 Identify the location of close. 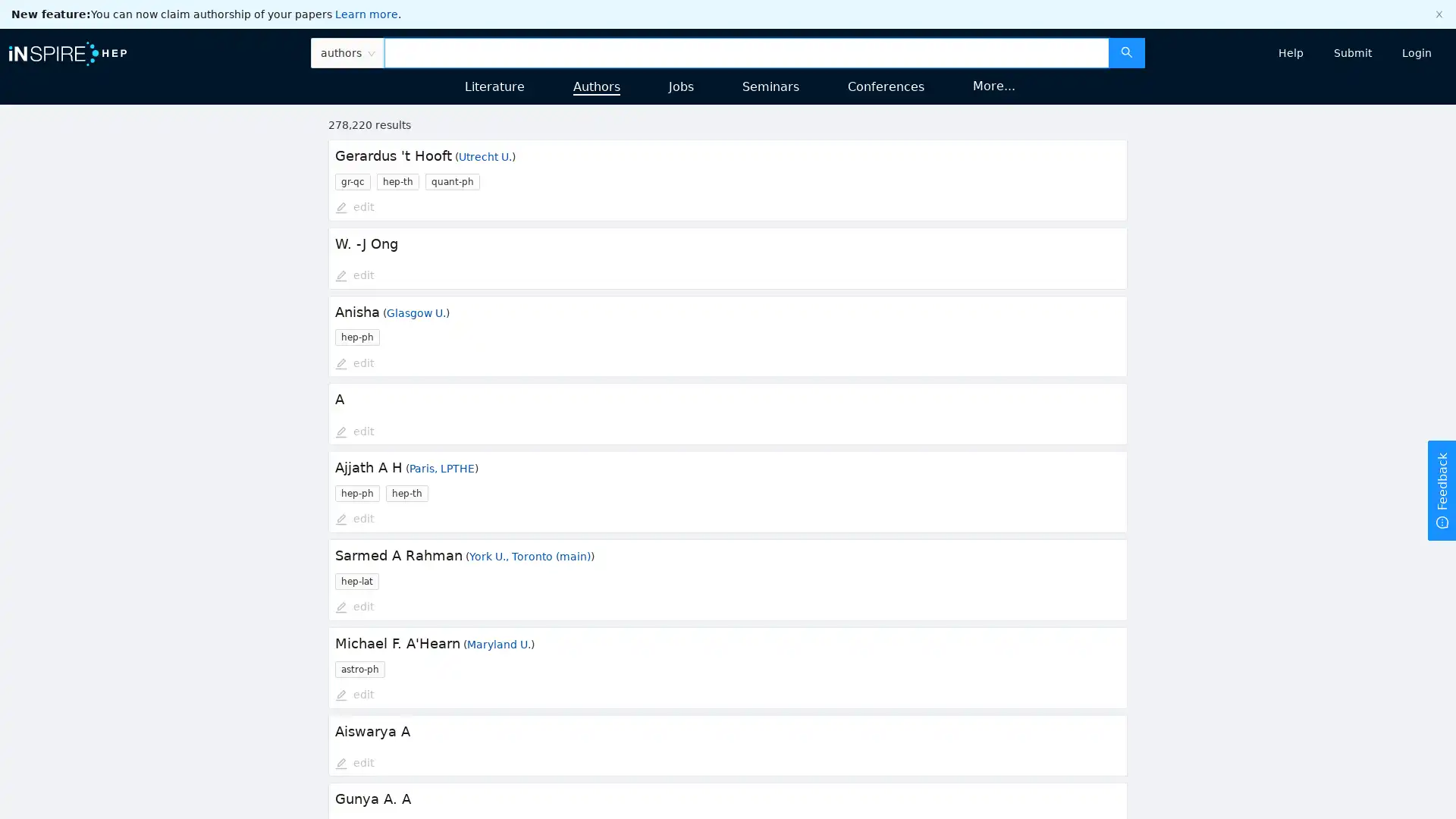
(1438, 14).